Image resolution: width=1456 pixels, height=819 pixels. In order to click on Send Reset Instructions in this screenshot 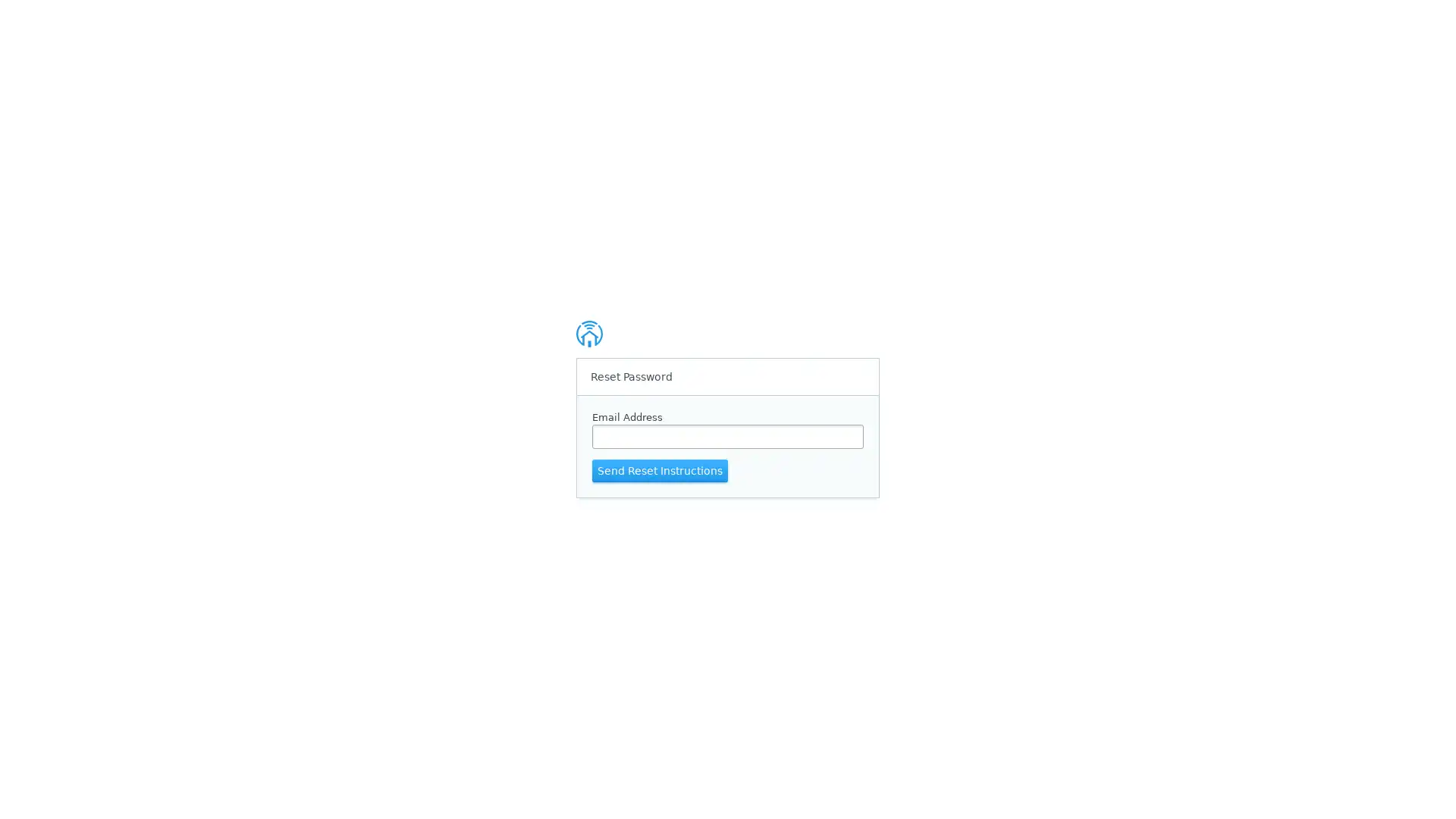, I will do `click(659, 469)`.